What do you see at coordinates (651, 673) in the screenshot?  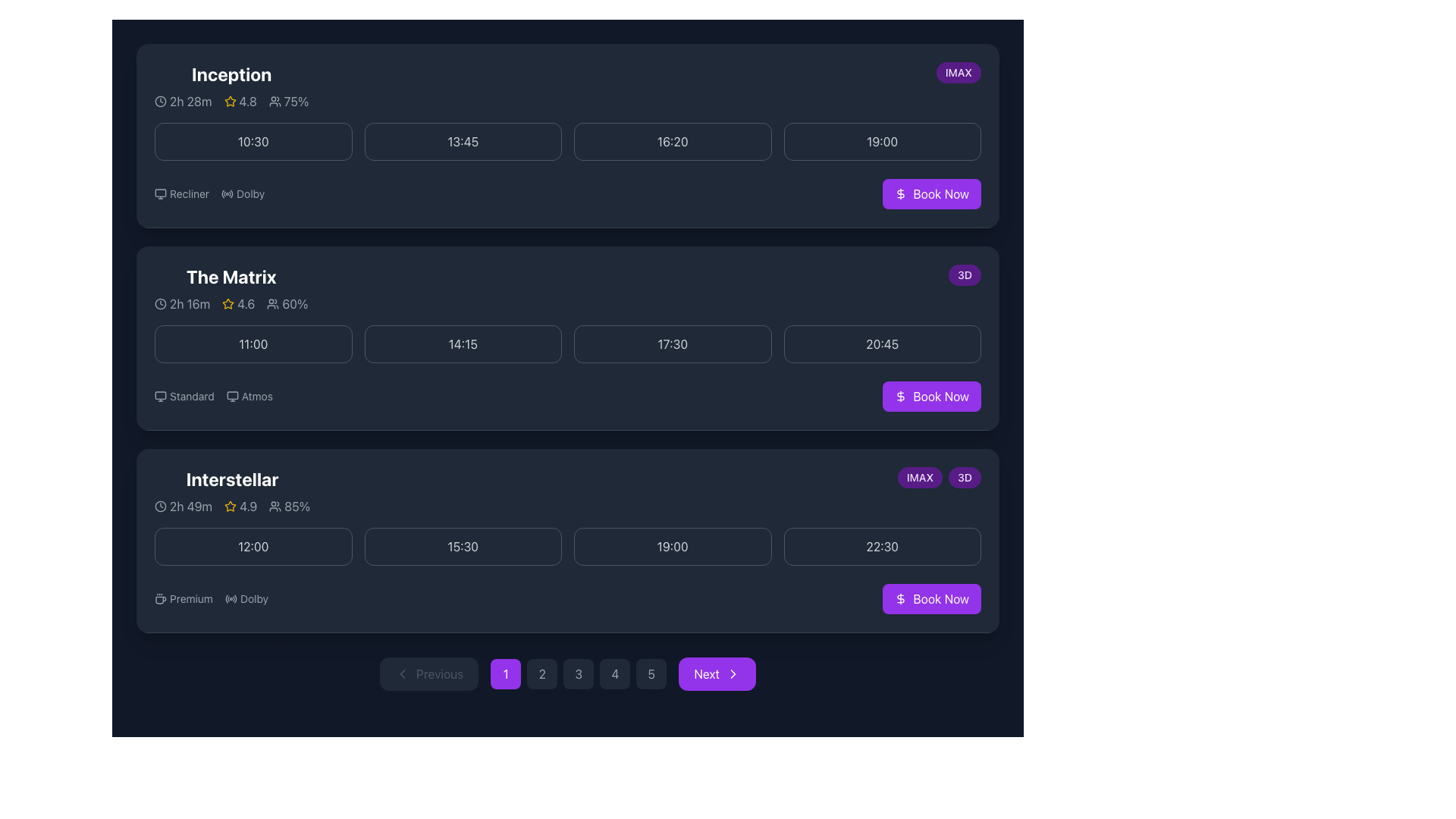 I see `the rounded square-shaped button with a dark gray background and the number '5' at its center` at bounding box center [651, 673].